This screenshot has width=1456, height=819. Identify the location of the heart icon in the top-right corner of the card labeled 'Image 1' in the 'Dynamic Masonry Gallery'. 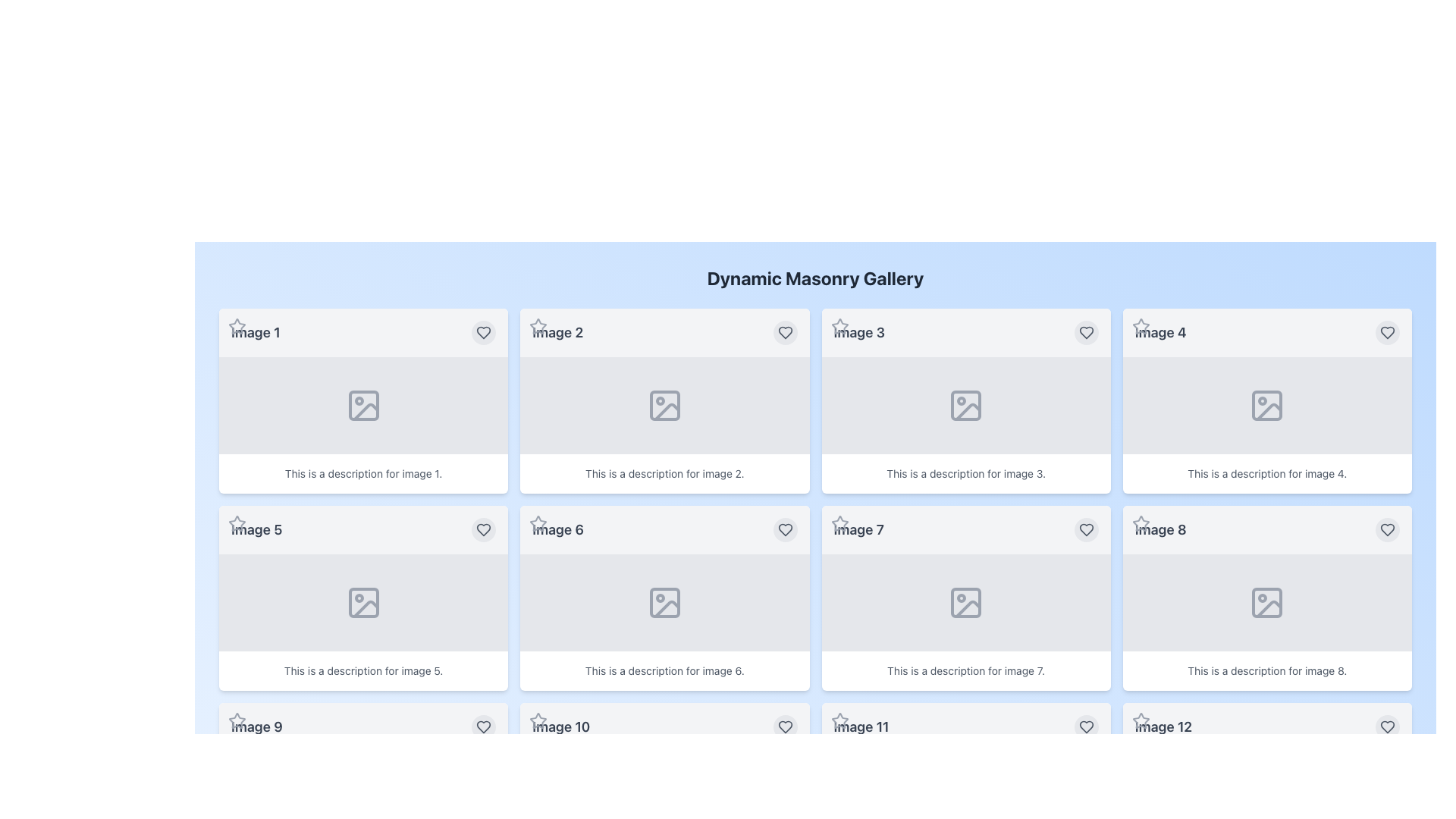
(483, 332).